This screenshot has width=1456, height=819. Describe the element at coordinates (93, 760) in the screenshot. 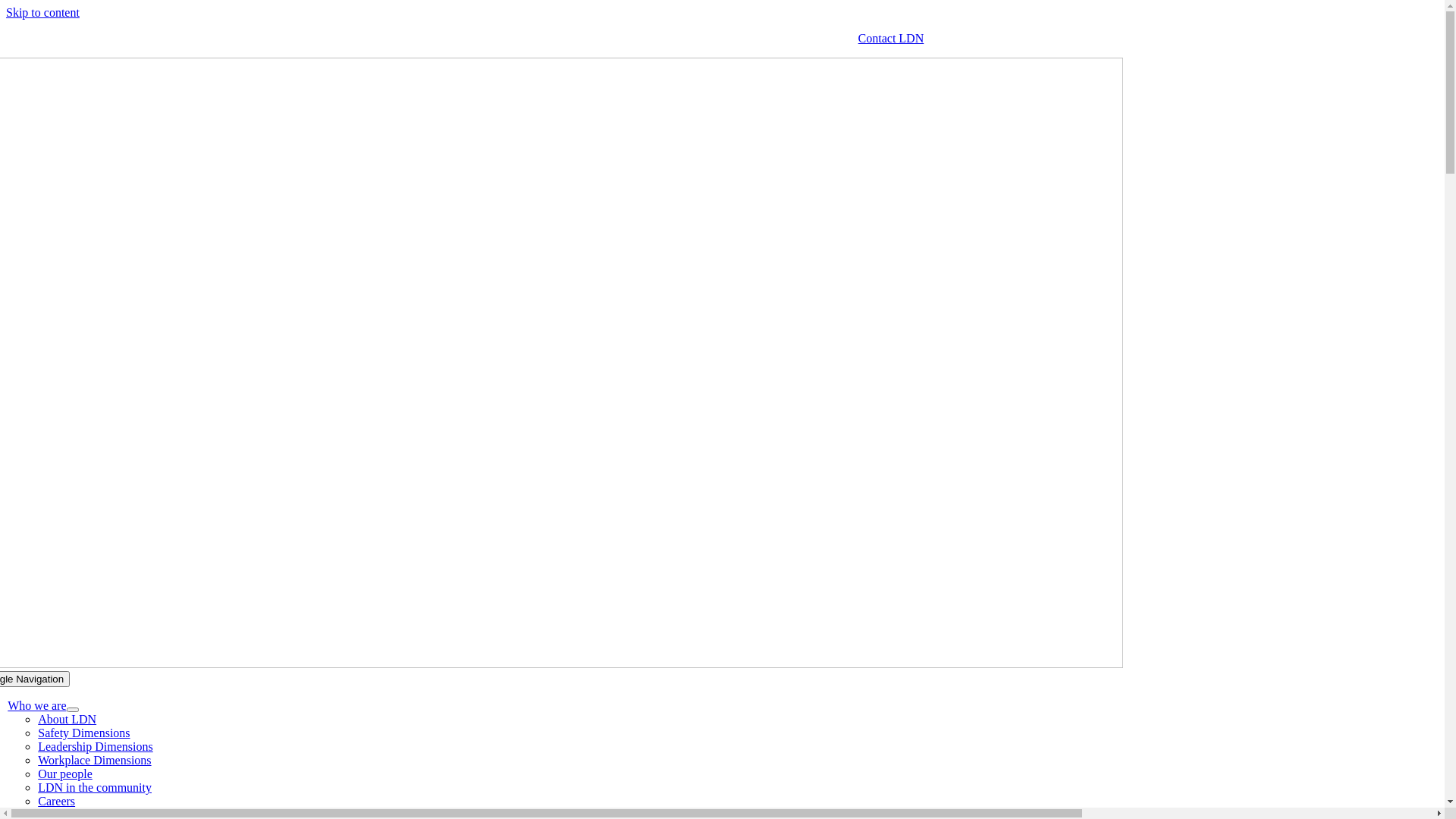

I see `'Workplace Dimensions'` at that location.